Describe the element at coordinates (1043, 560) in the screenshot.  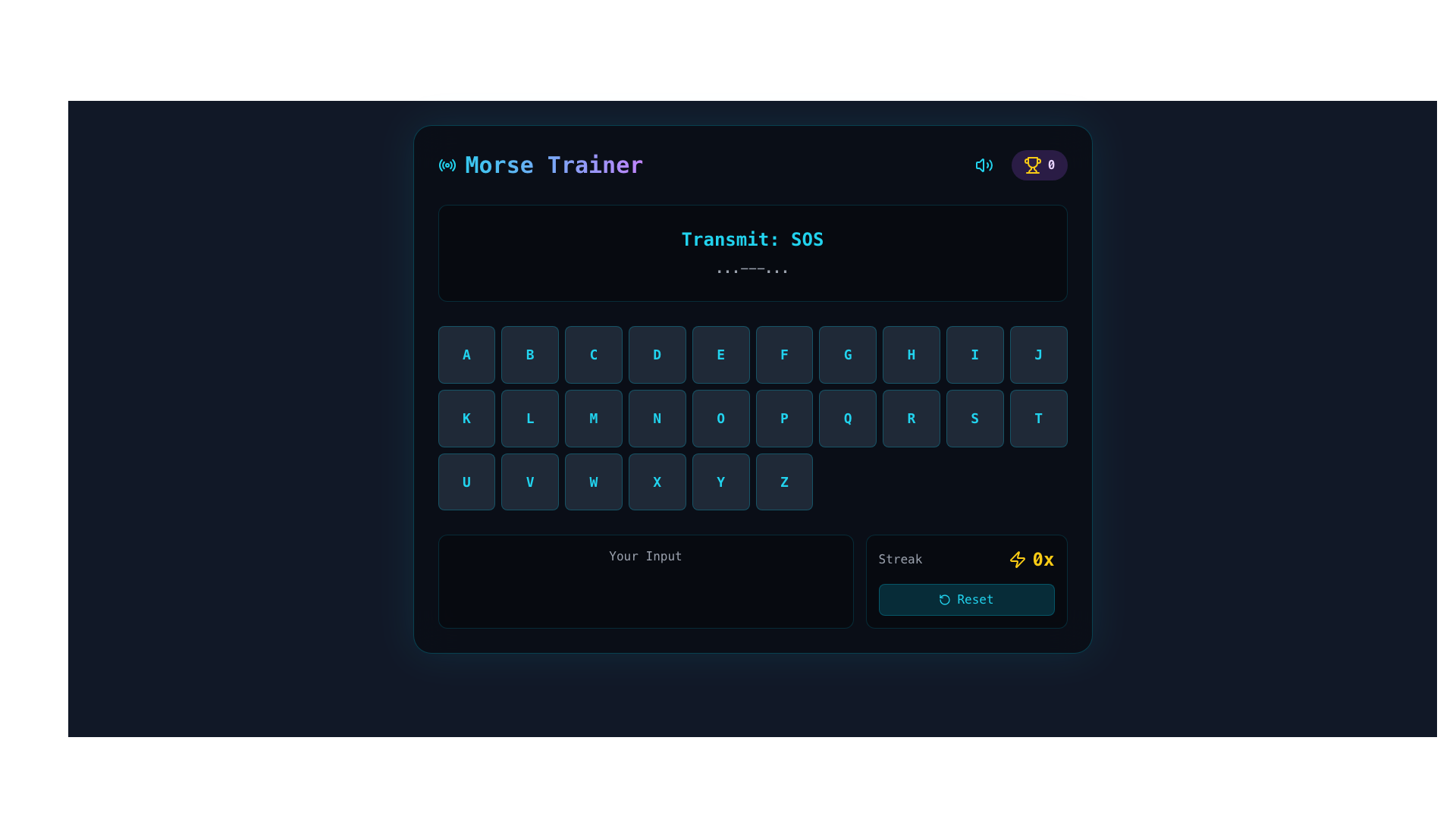
I see `the bold yellow text '0x' located in the lower-right panel of the user interface, adjacent to the lightning icon in the 'Streak' section` at that location.